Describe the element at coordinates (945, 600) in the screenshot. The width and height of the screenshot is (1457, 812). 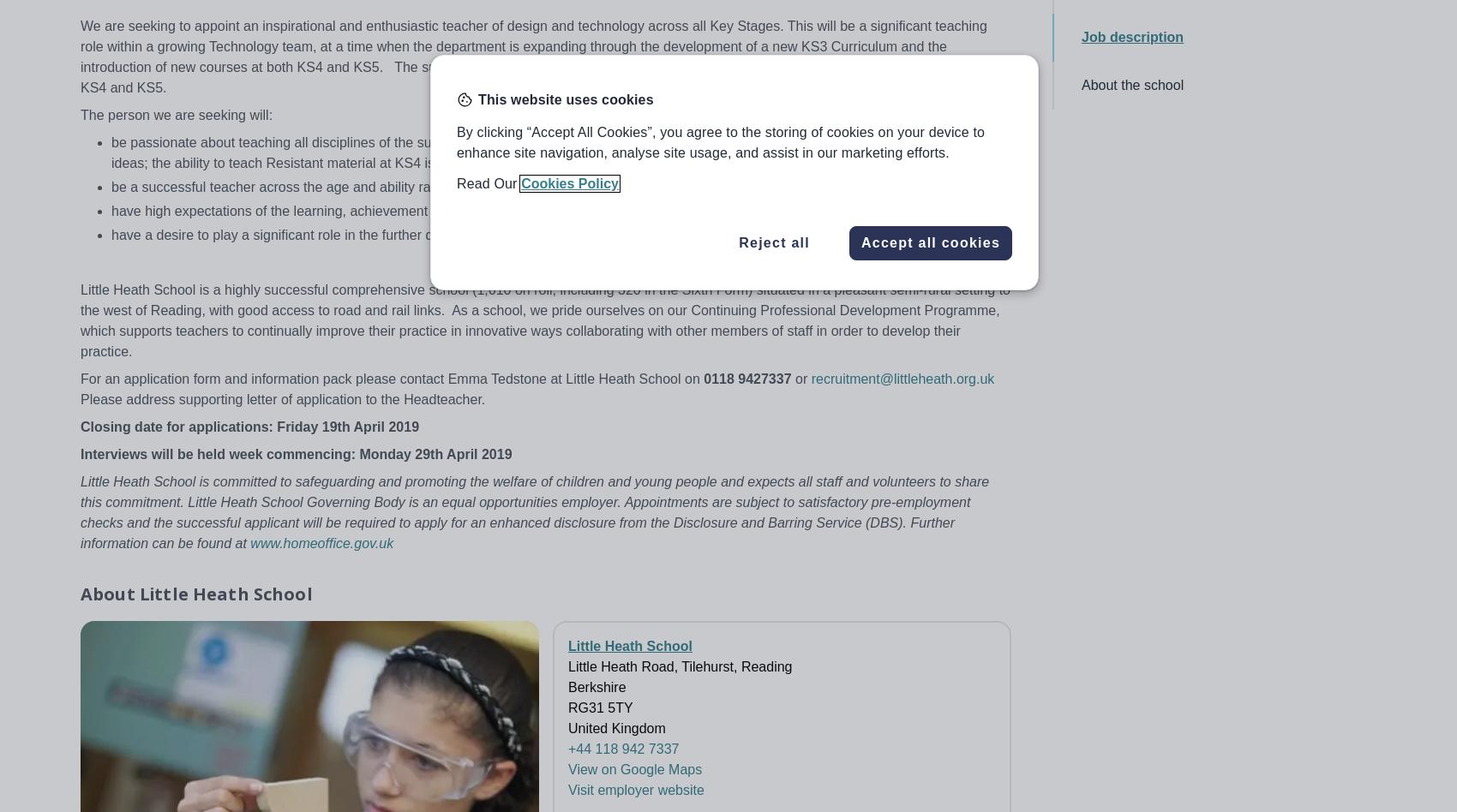
I see `'Accessibility statement'` at that location.